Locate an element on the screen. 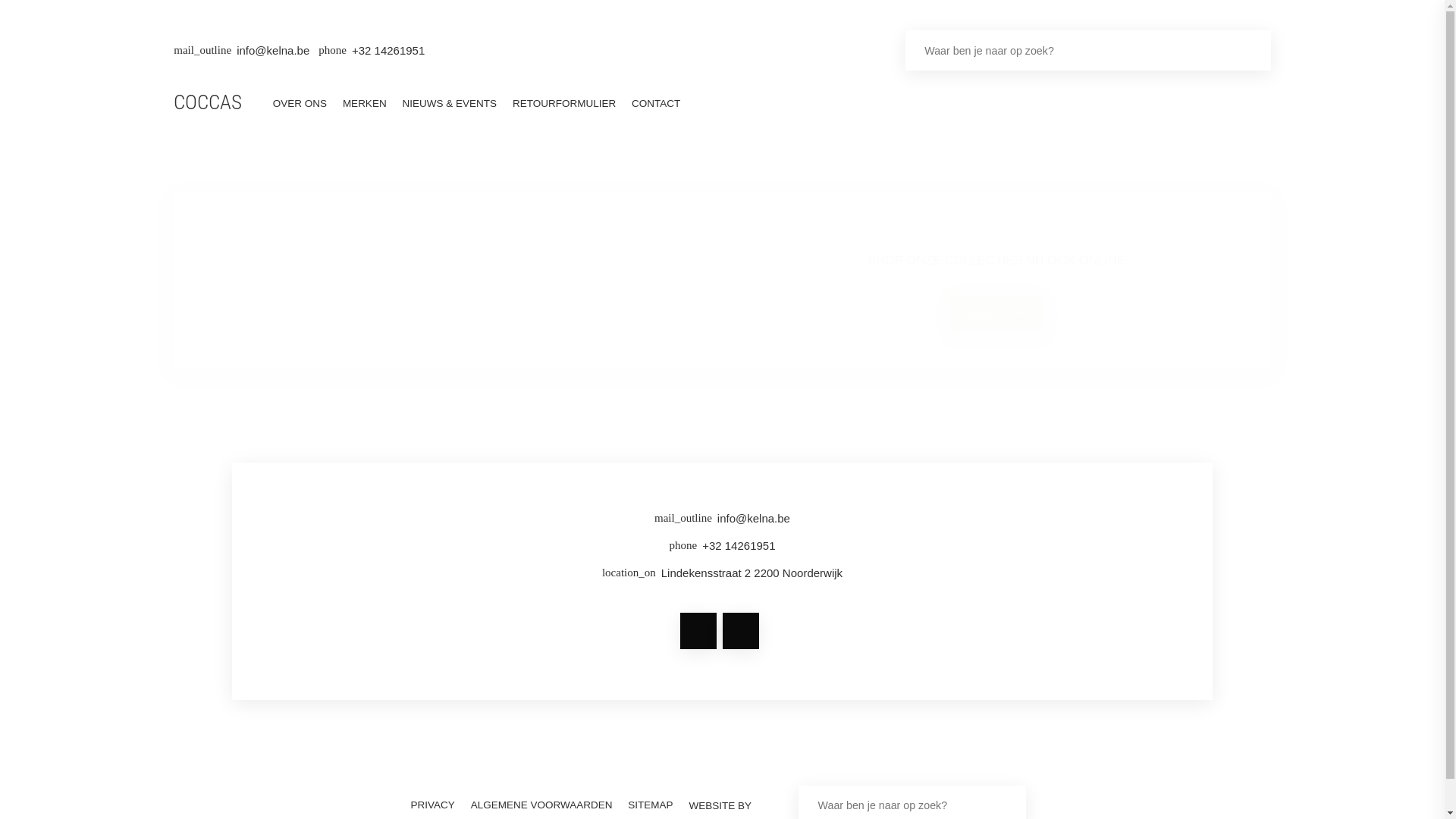 The image size is (1456, 819). 'phone is located at coordinates (371, 49).